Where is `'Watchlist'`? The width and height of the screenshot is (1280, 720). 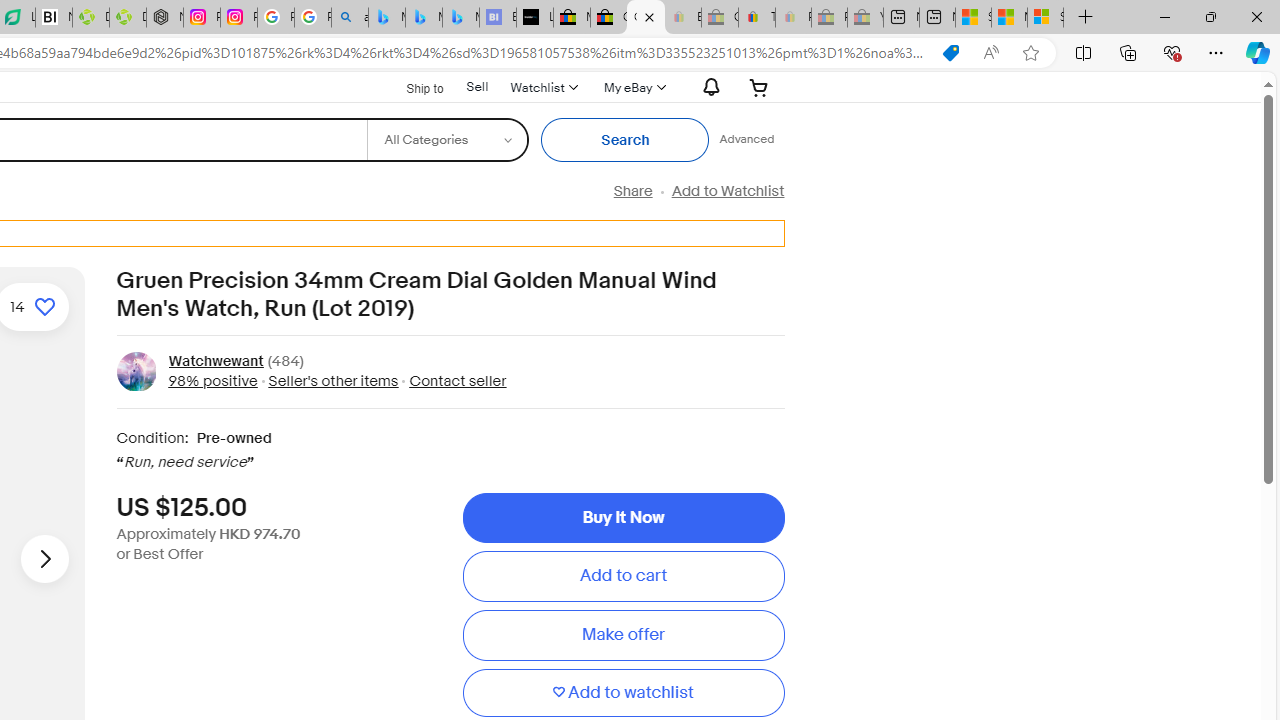
'Watchlist' is located at coordinates (543, 86).